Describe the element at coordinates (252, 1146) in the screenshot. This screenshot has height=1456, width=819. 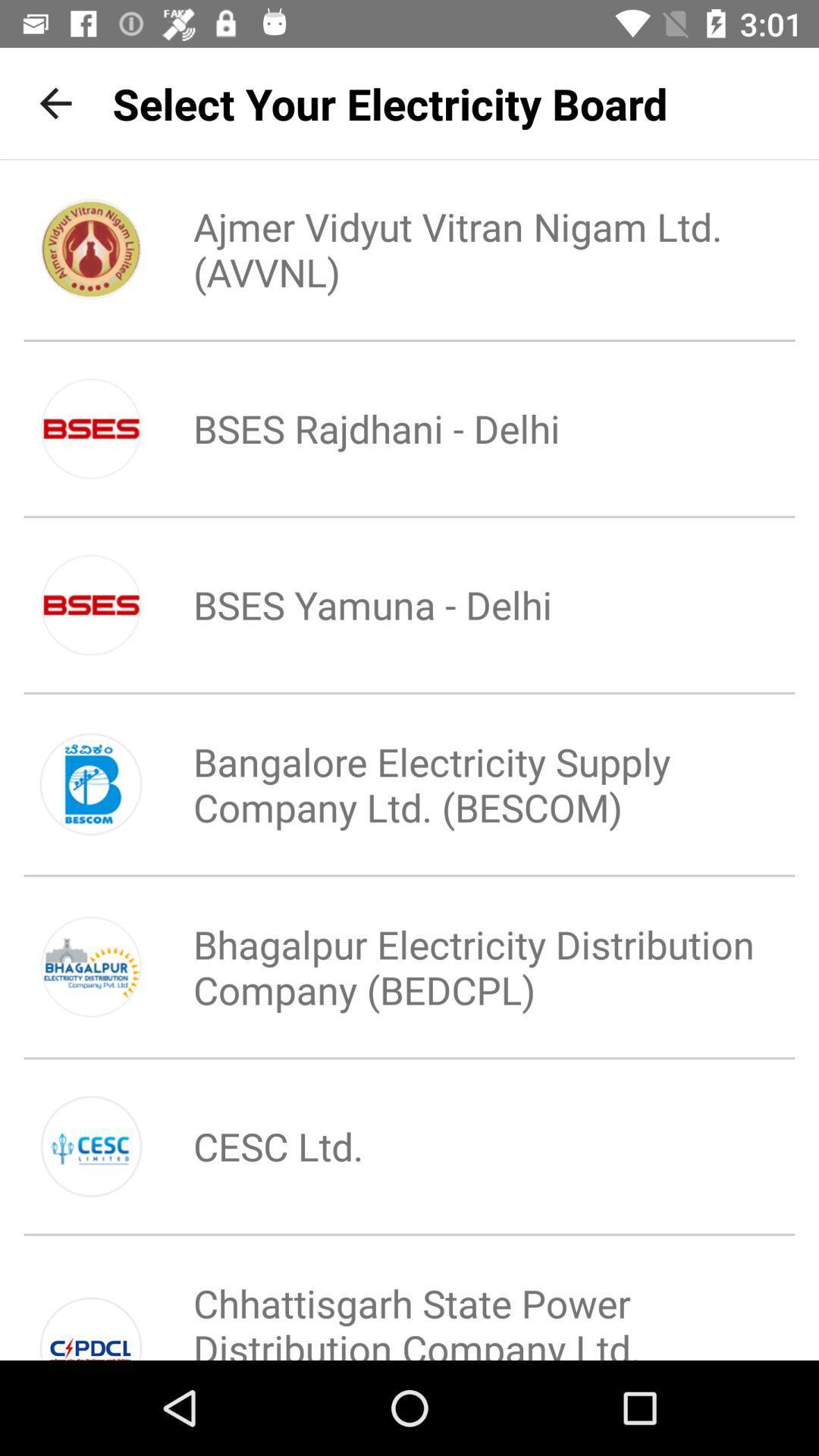
I see `the cesc ltd.` at that location.